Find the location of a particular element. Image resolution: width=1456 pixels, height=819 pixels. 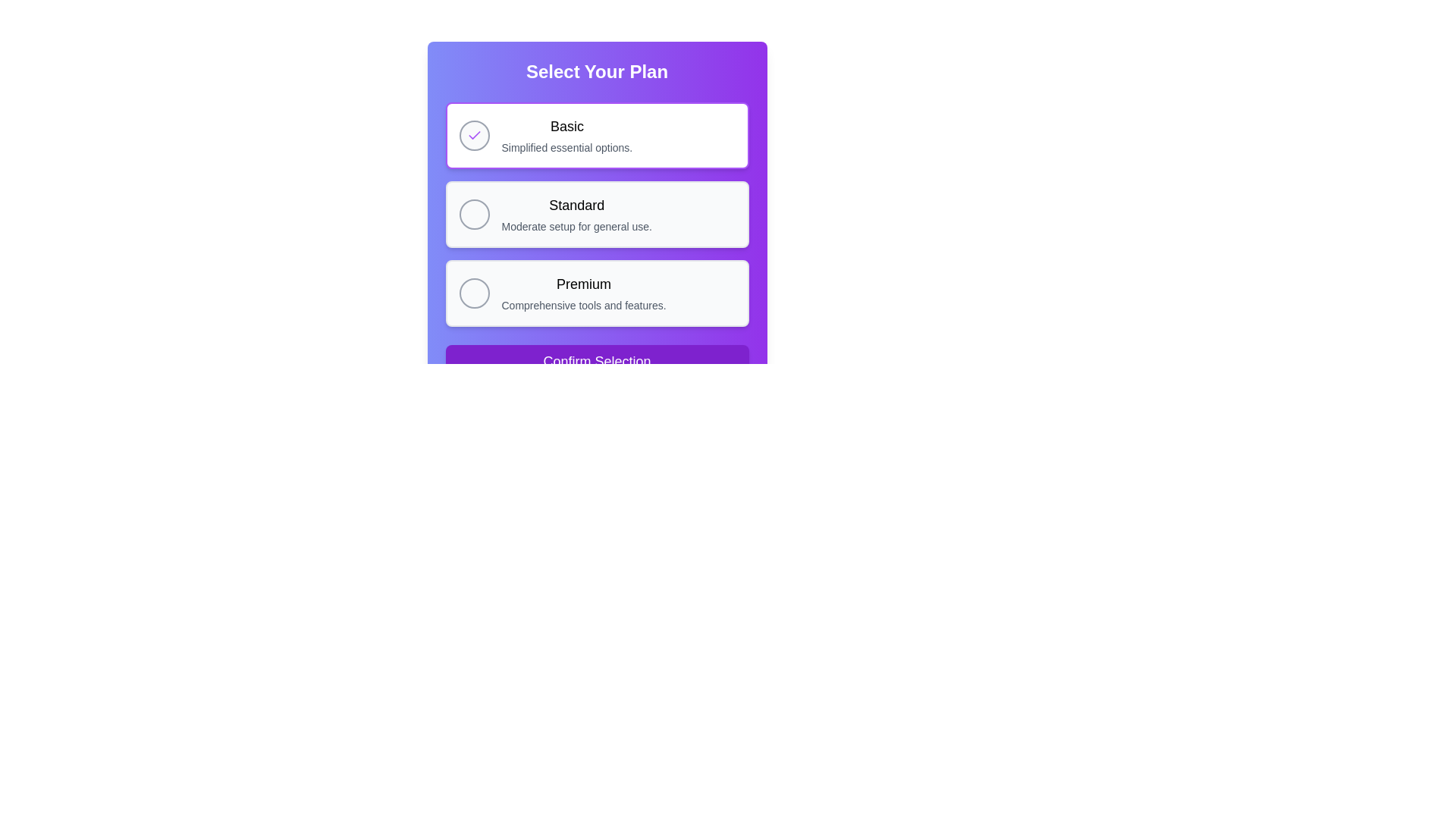

the textual description of the 'Premium' plan is located at coordinates (583, 305).